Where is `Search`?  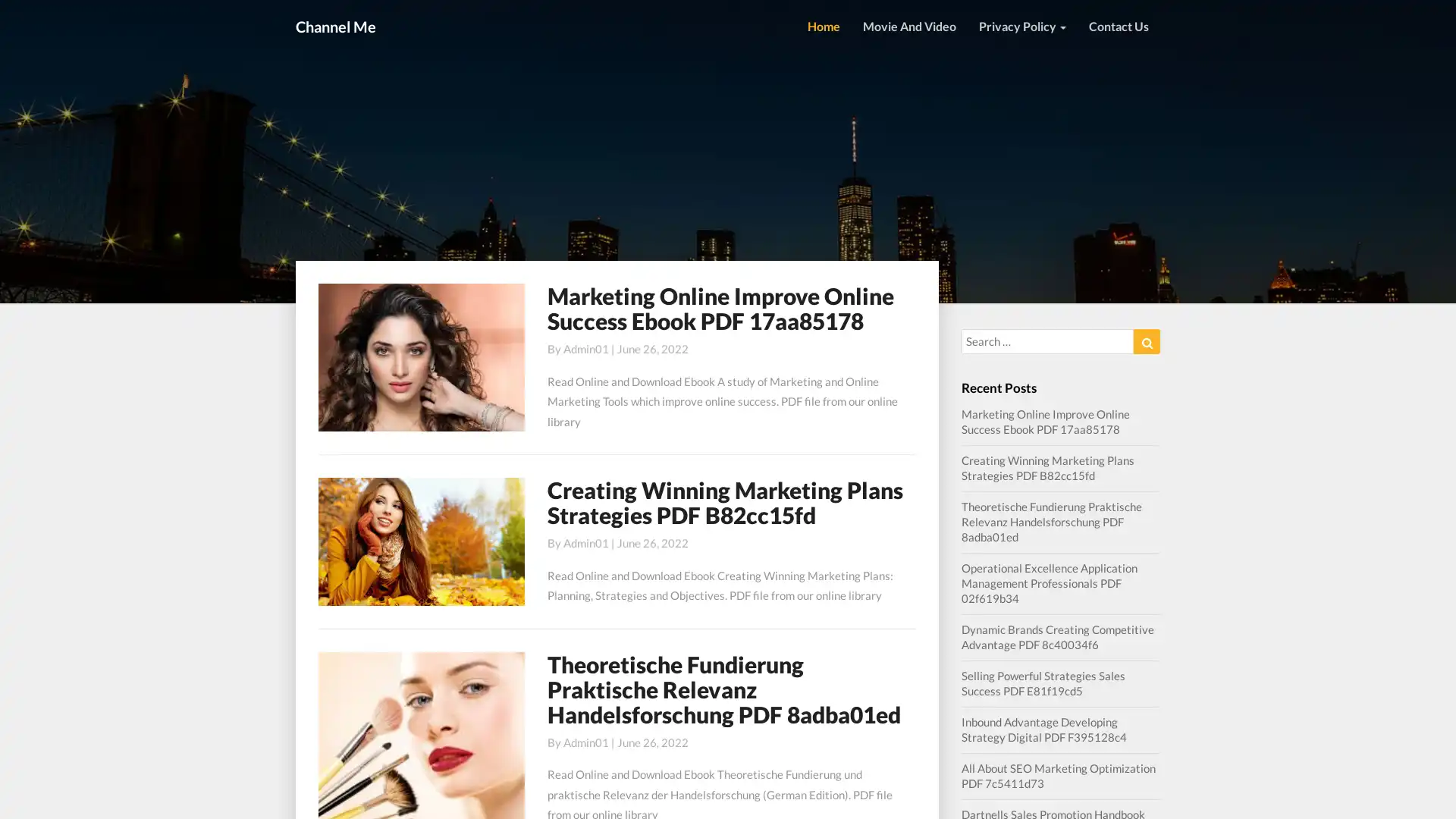 Search is located at coordinates (1147, 341).